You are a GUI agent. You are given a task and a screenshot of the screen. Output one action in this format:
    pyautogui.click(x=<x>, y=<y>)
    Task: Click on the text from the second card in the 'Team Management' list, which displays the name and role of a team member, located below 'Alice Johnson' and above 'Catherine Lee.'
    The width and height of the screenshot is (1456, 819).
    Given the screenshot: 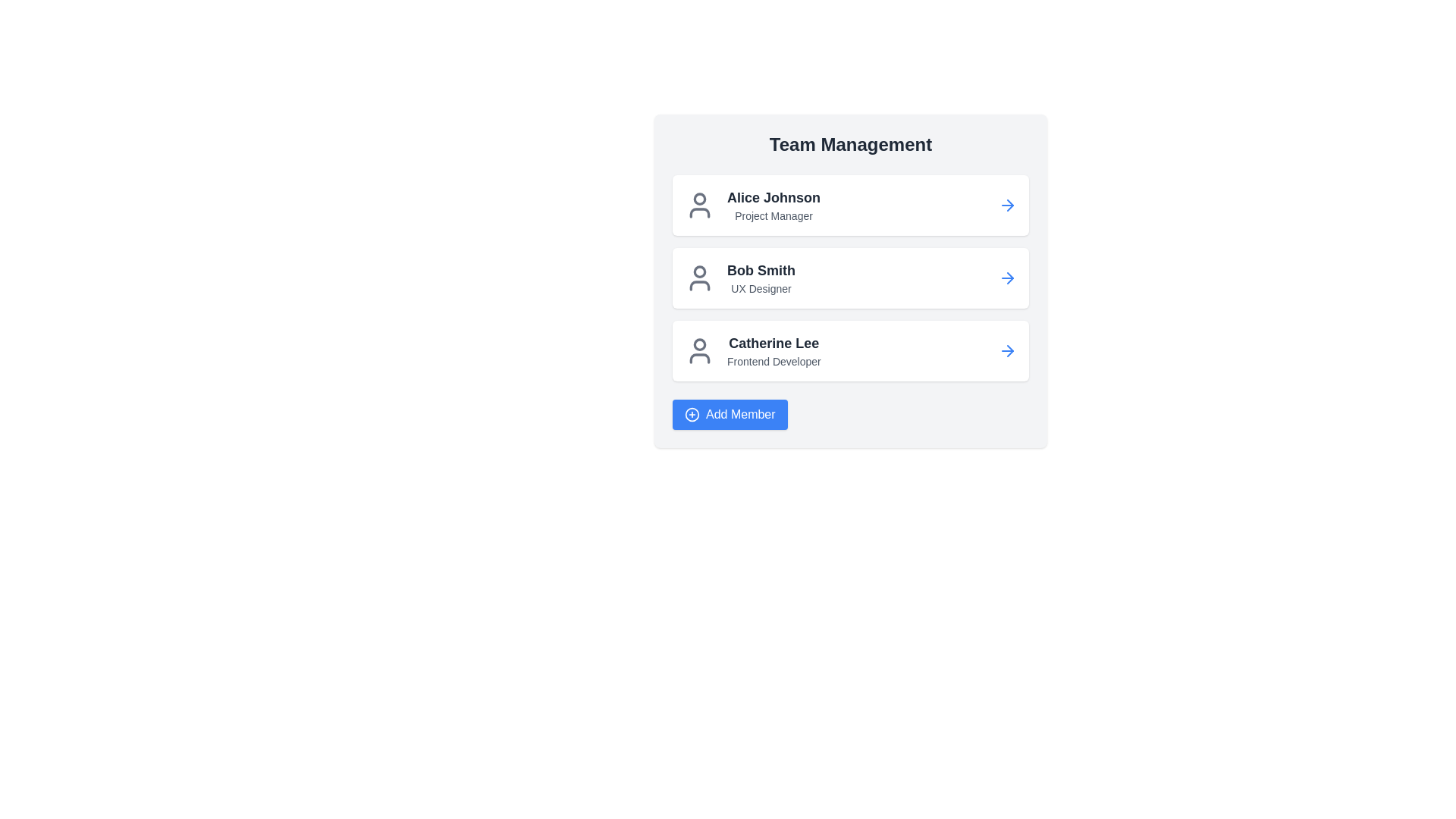 What is the action you would take?
    pyautogui.click(x=761, y=278)
    